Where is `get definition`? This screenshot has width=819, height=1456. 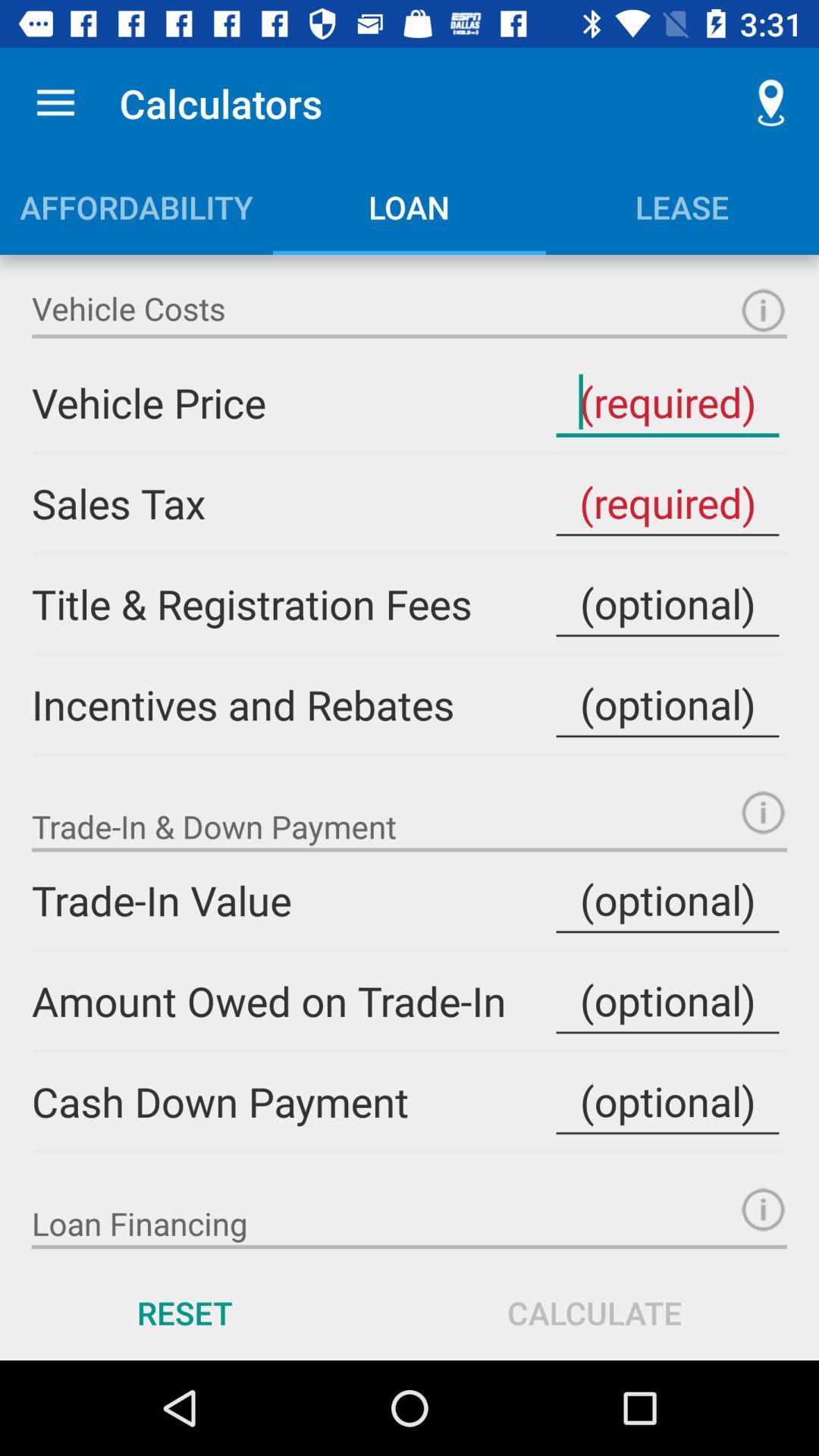
get definition is located at coordinates (763, 811).